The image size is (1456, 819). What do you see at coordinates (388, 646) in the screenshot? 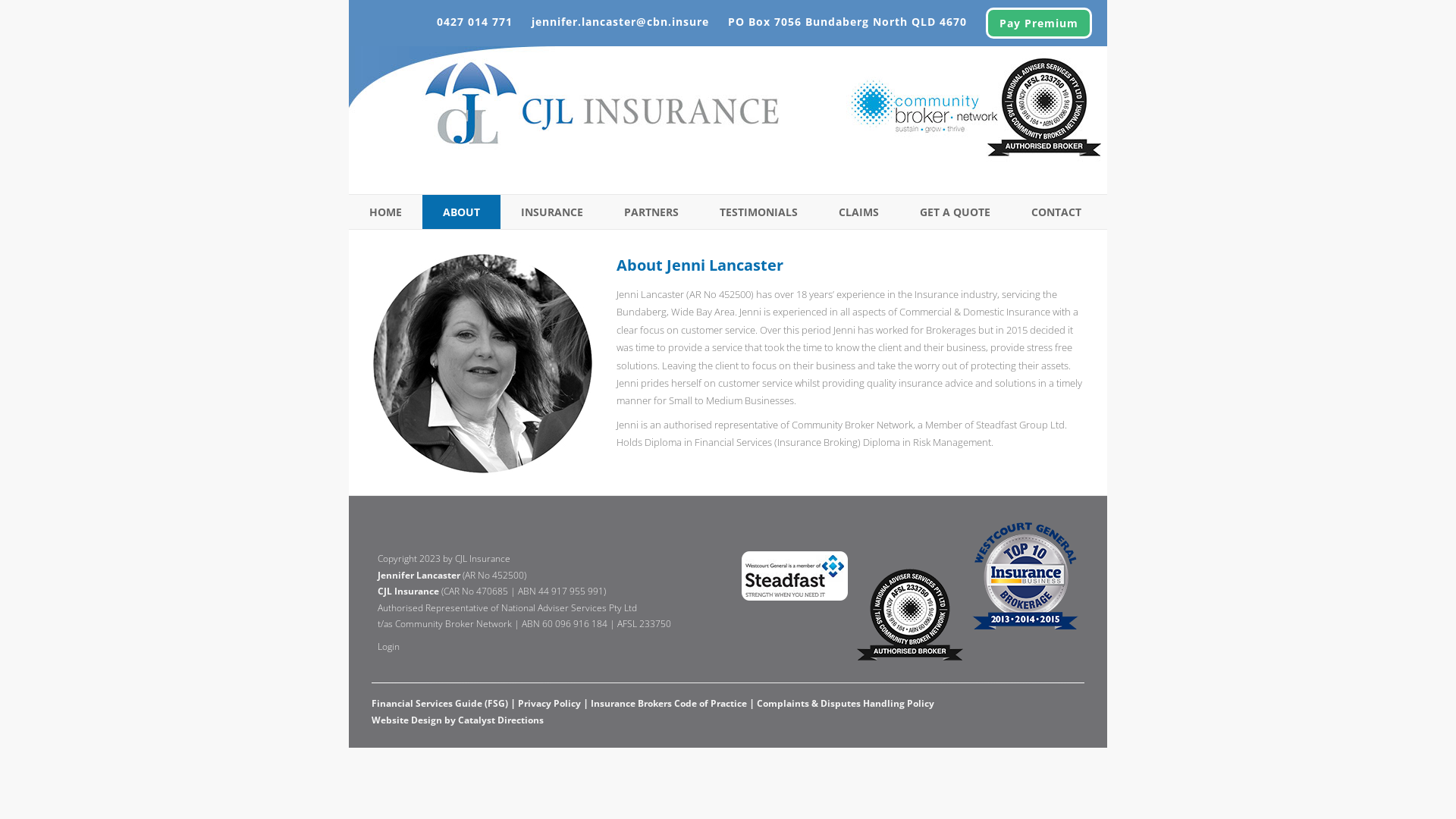
I see `'Login'` at bounding box center [388, 646].